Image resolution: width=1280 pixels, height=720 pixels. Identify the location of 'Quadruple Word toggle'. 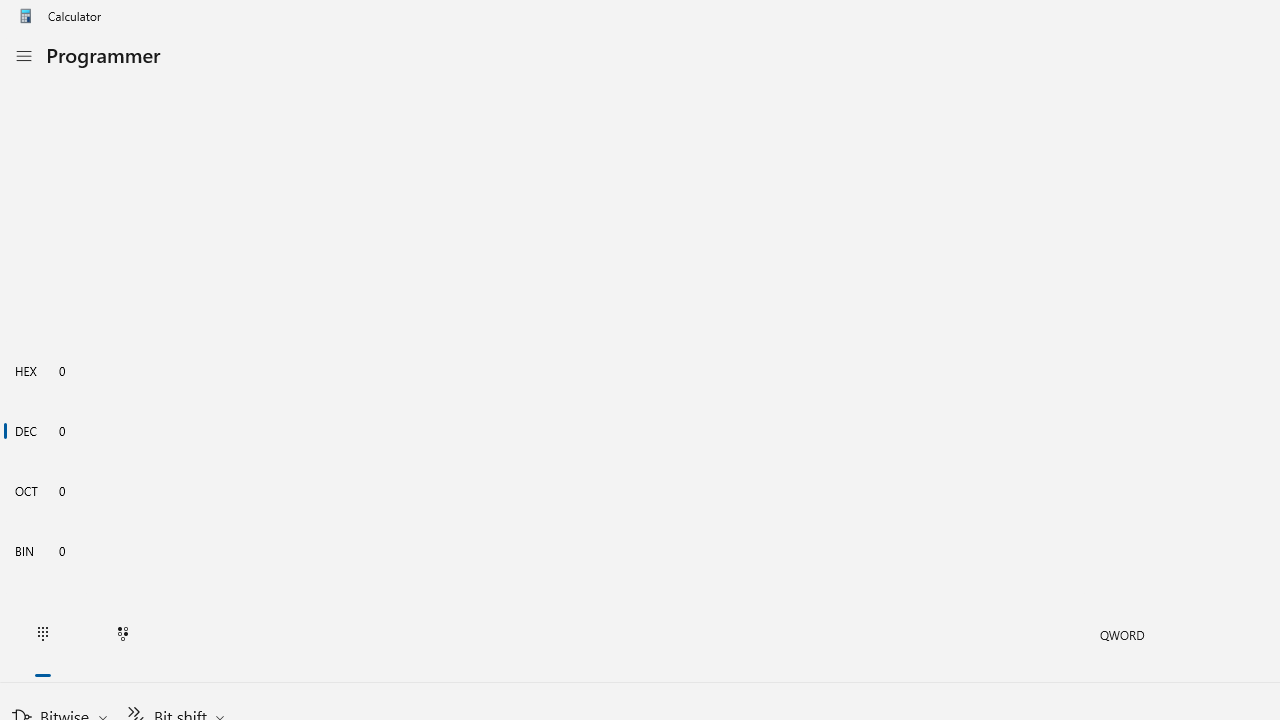
(1121, 635).